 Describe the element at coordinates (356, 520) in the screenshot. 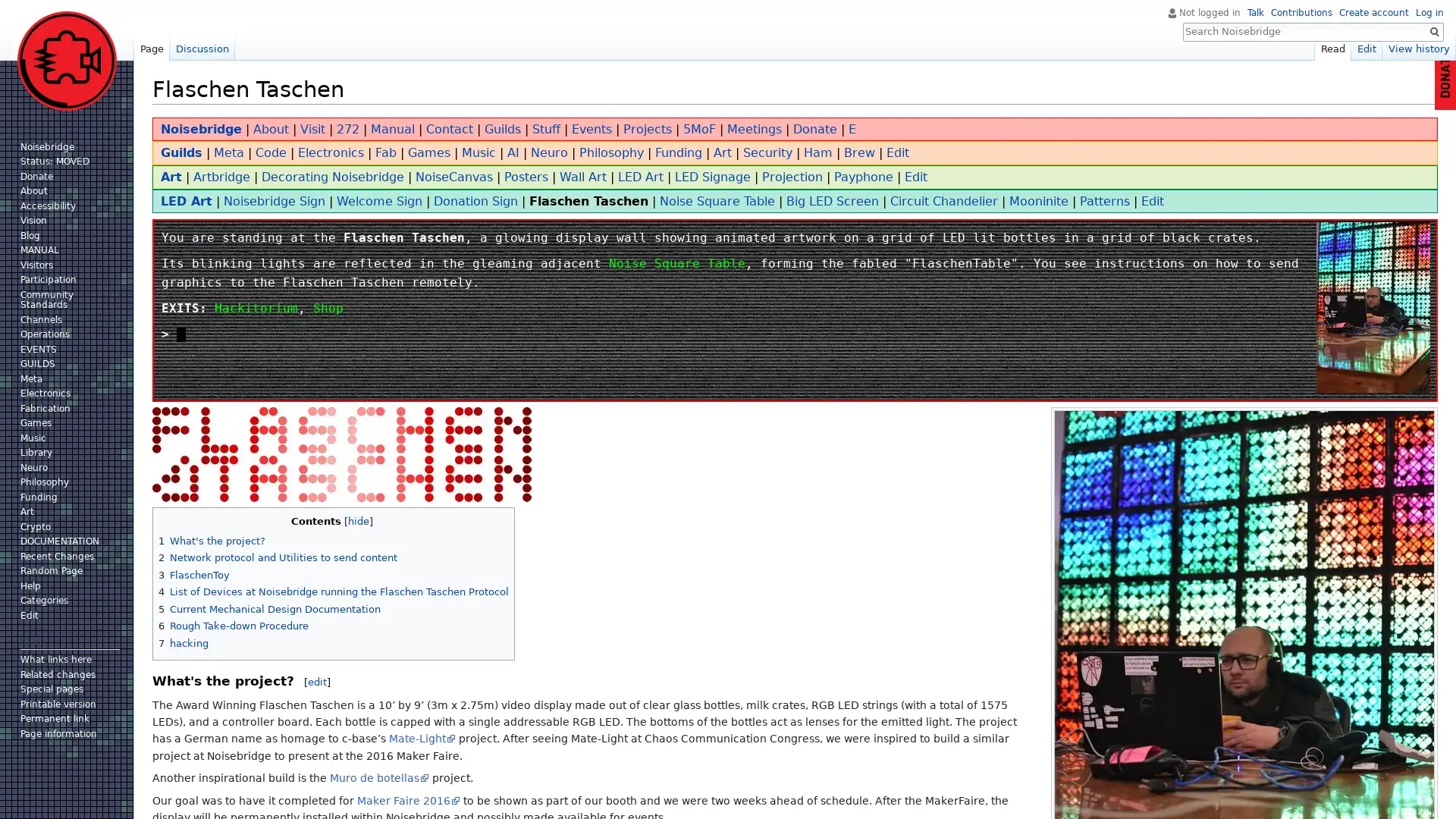

I see `hide` at that location.